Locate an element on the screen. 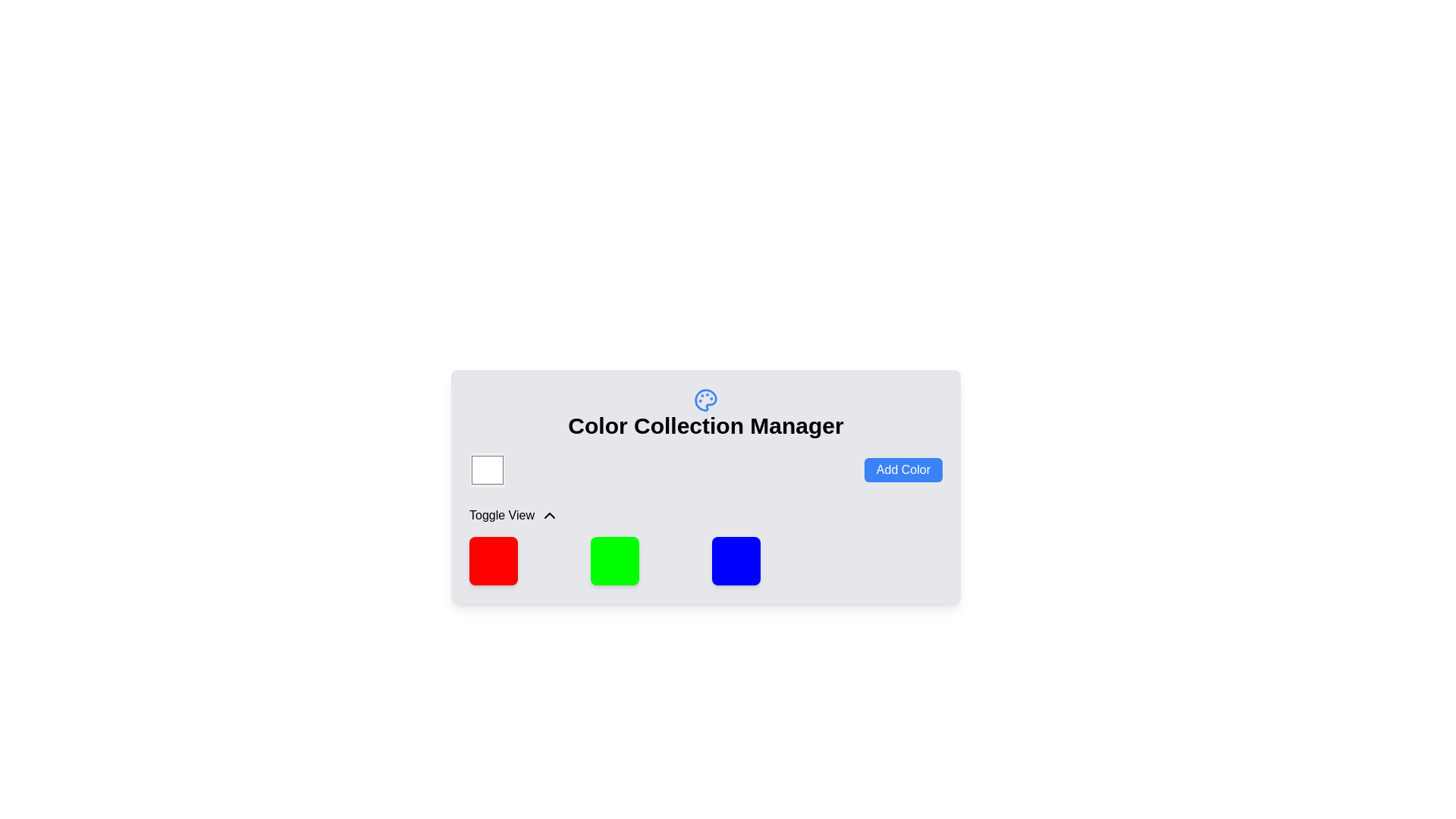 Image resolution: width=1456 pixels, height=819 pixels. on the blue color selection tile, which is the third tile in the color palette grid is located at coordinates (736, 561).